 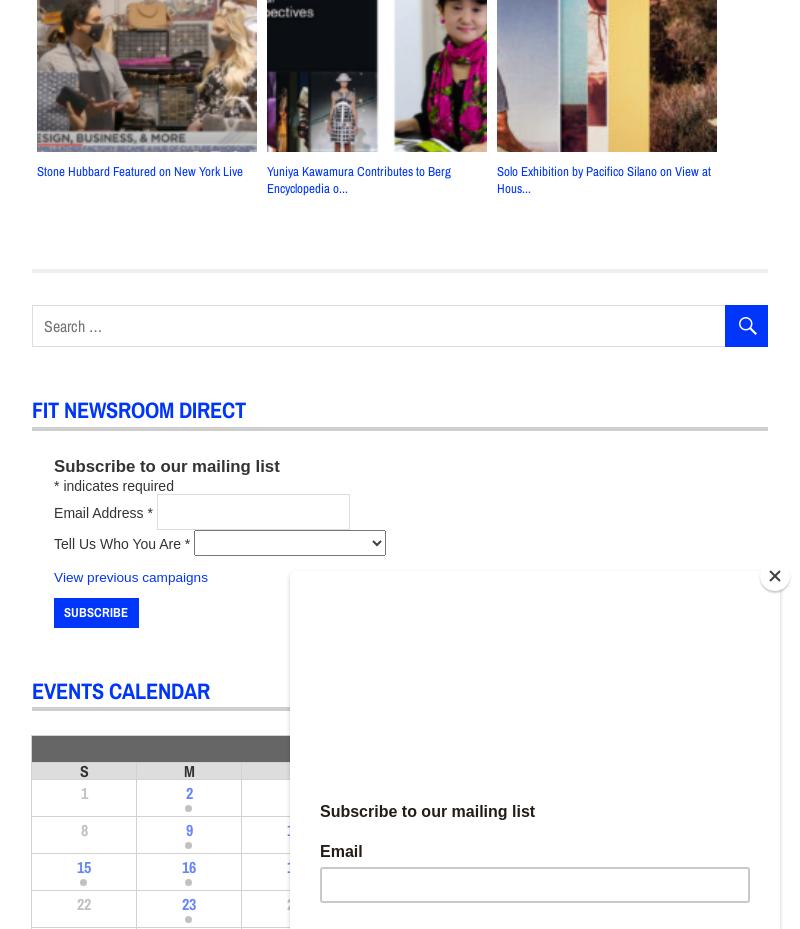 What do you see at coordinates (398, 769) in the screenshot?
I see `'W'` at bounding box center [398, 769].